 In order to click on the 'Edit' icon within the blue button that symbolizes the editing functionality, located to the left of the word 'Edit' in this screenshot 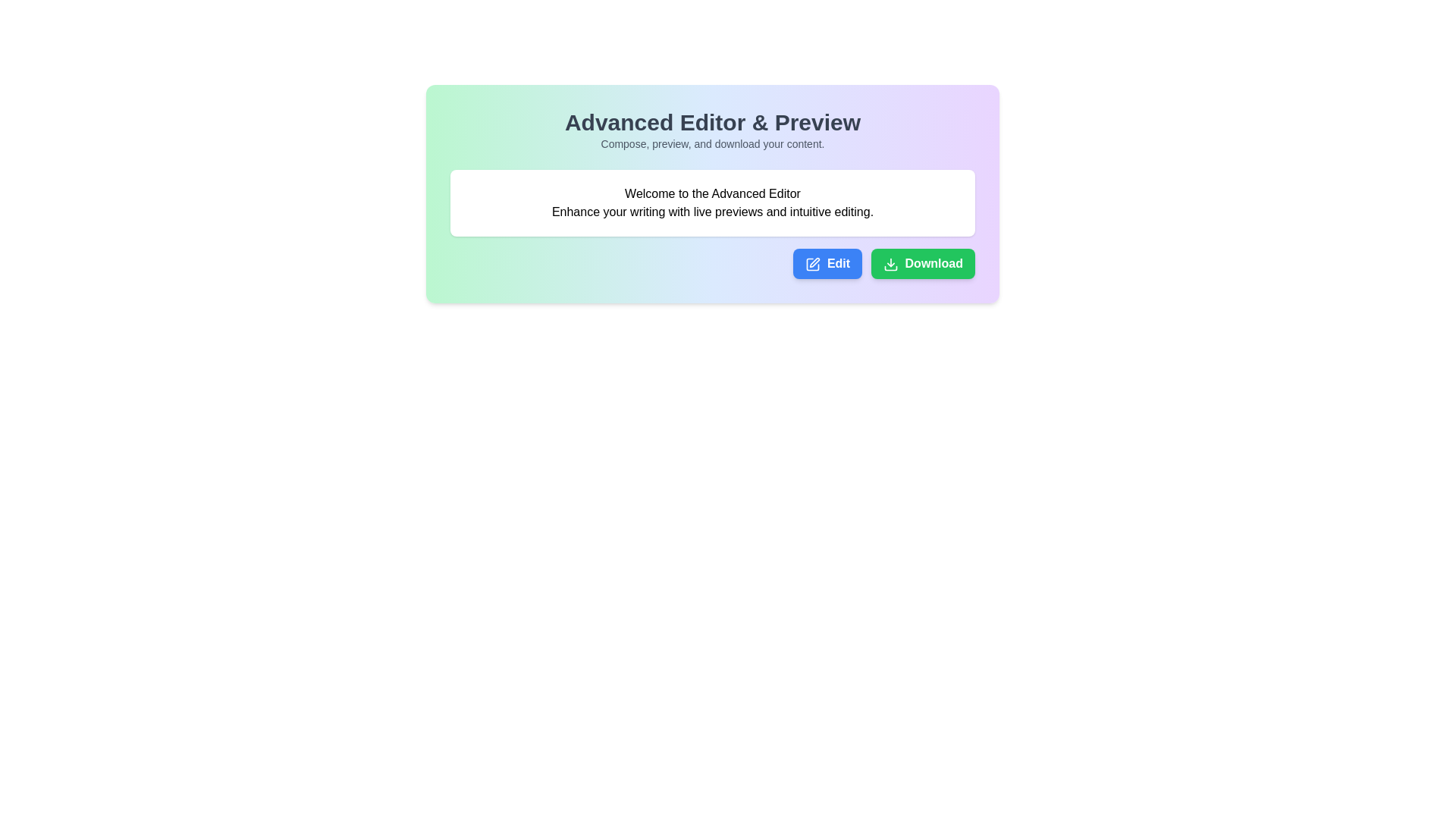, I will do `click(812, 263)`.